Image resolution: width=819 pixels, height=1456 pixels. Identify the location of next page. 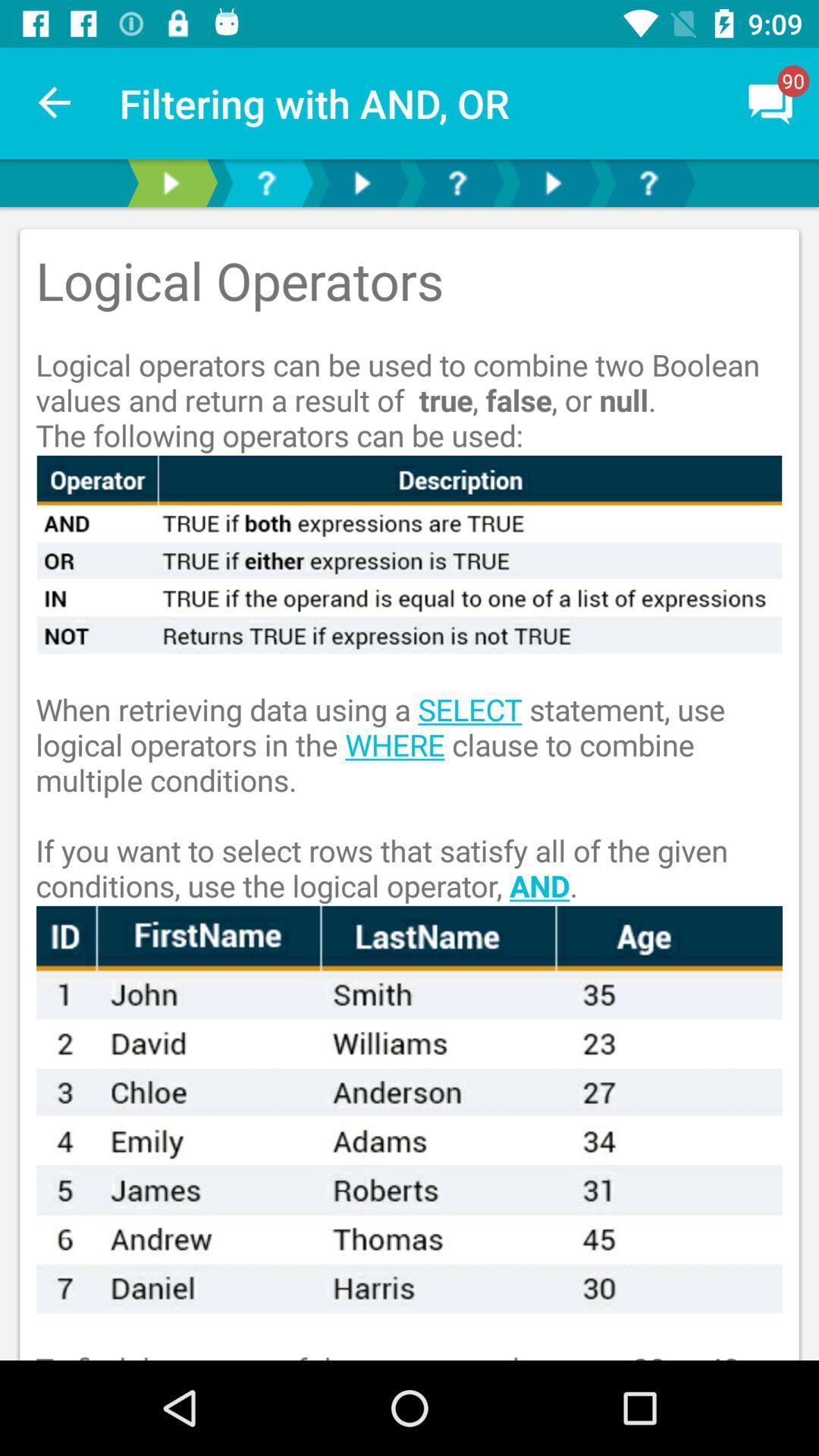
(170, 182).